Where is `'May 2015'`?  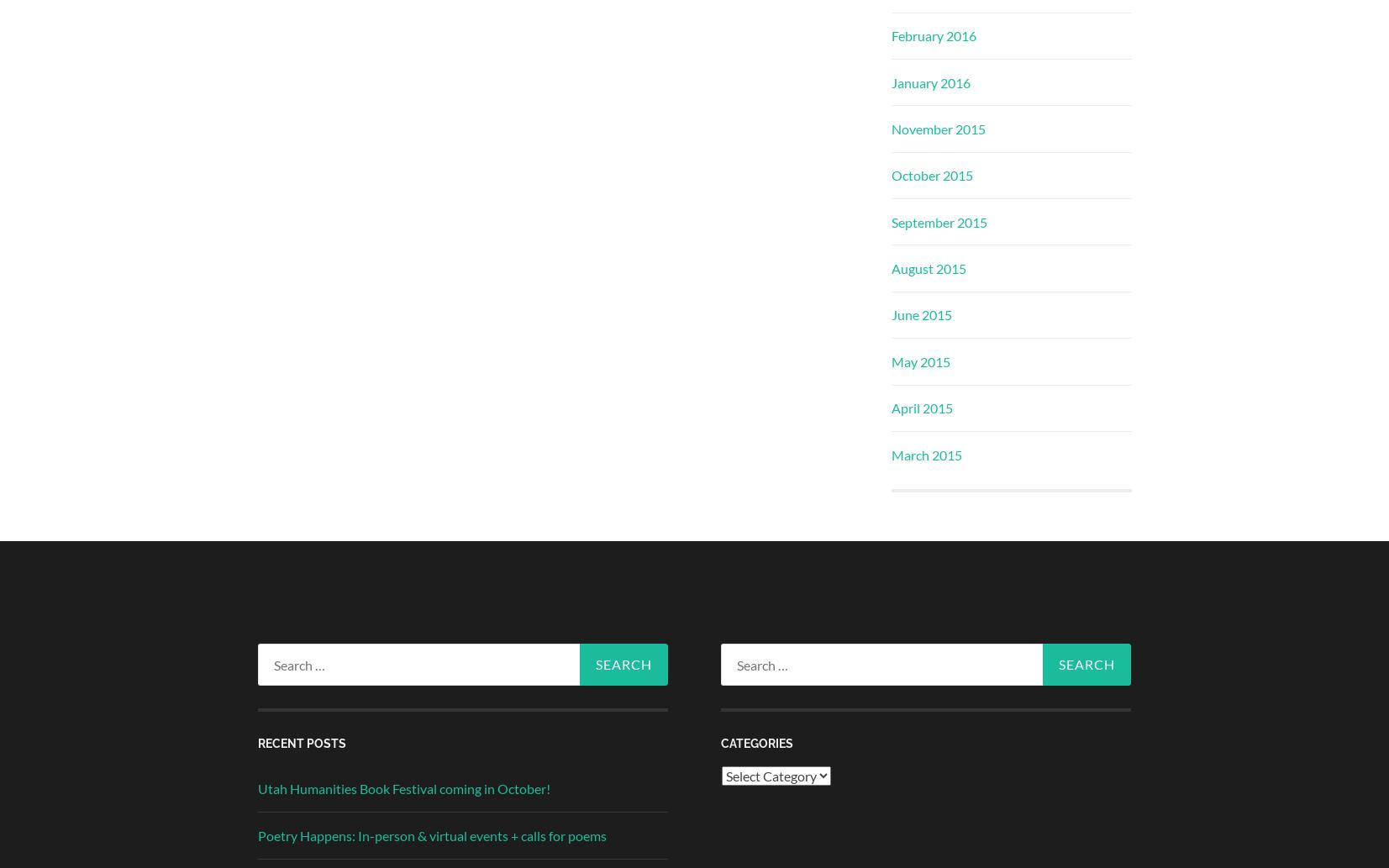 'May 2015' is located at coordinates (919, 360).